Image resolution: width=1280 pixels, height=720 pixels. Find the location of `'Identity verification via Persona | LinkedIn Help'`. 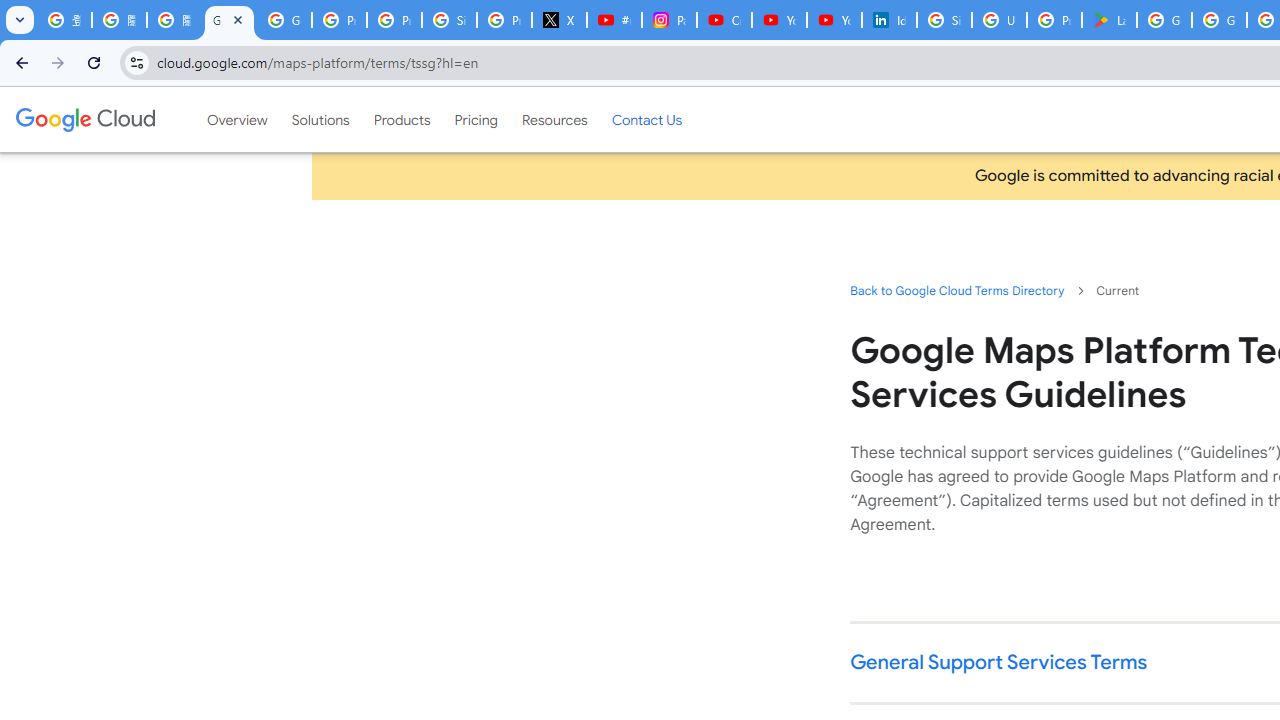

'Identity verification via Persona | LinkedIn Help' is located at coordinates (887, 20).